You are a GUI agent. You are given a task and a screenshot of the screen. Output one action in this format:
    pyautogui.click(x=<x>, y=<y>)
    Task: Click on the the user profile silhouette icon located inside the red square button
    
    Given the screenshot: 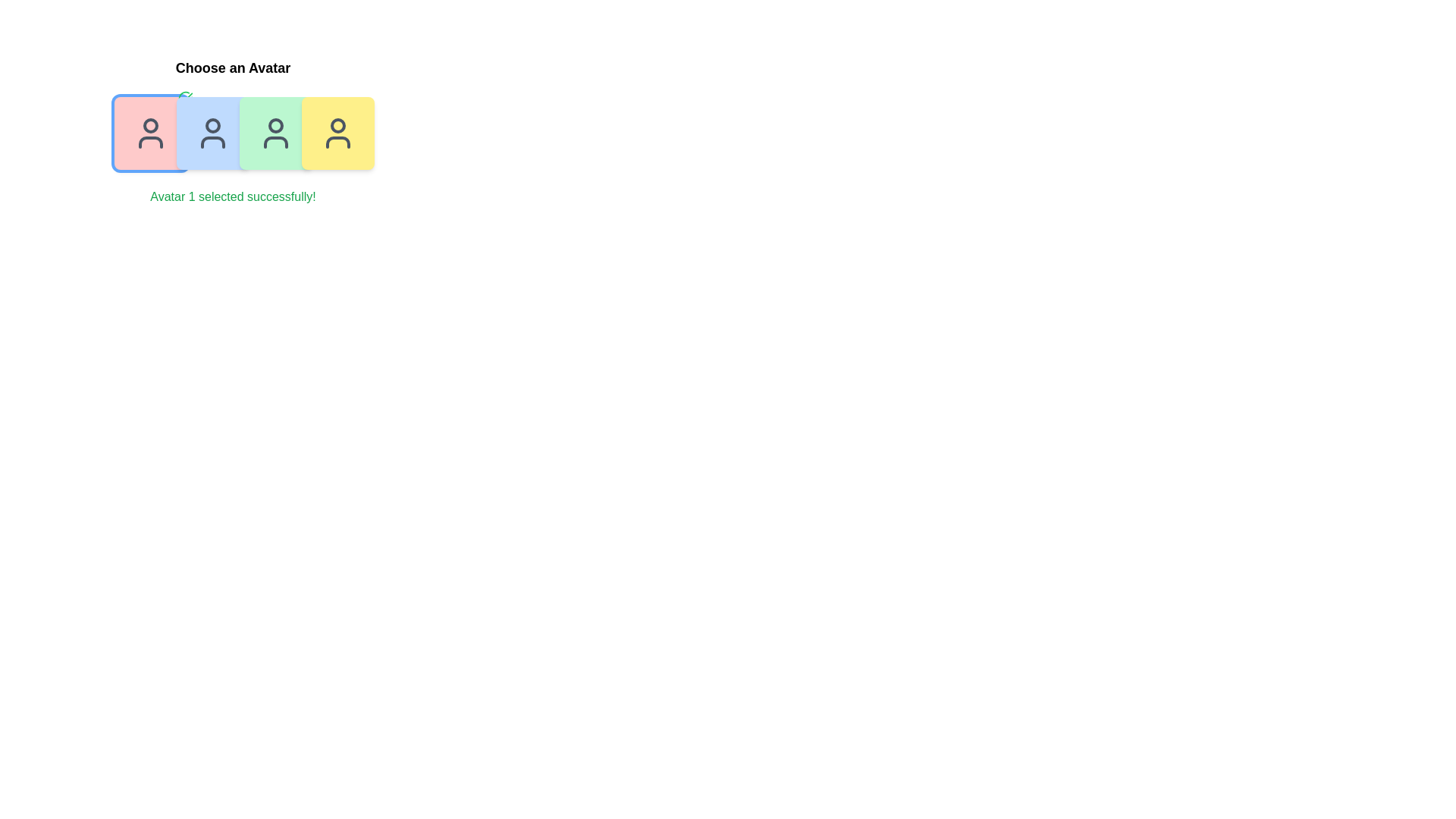 What is the action you would take?
    pyautogui.click(x=150, y=133)
    